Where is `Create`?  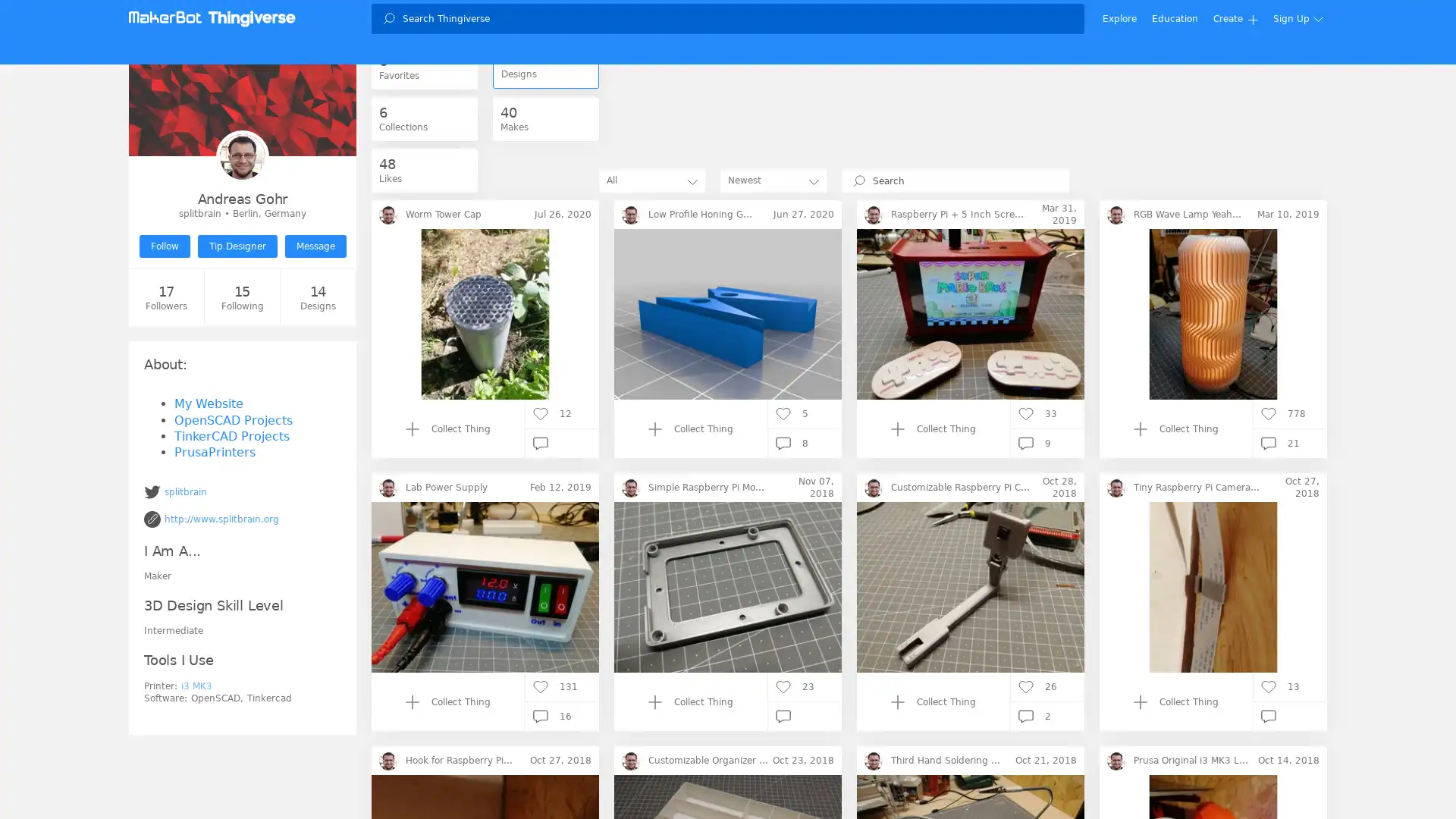 Create is located at coordinates (1235, 18).